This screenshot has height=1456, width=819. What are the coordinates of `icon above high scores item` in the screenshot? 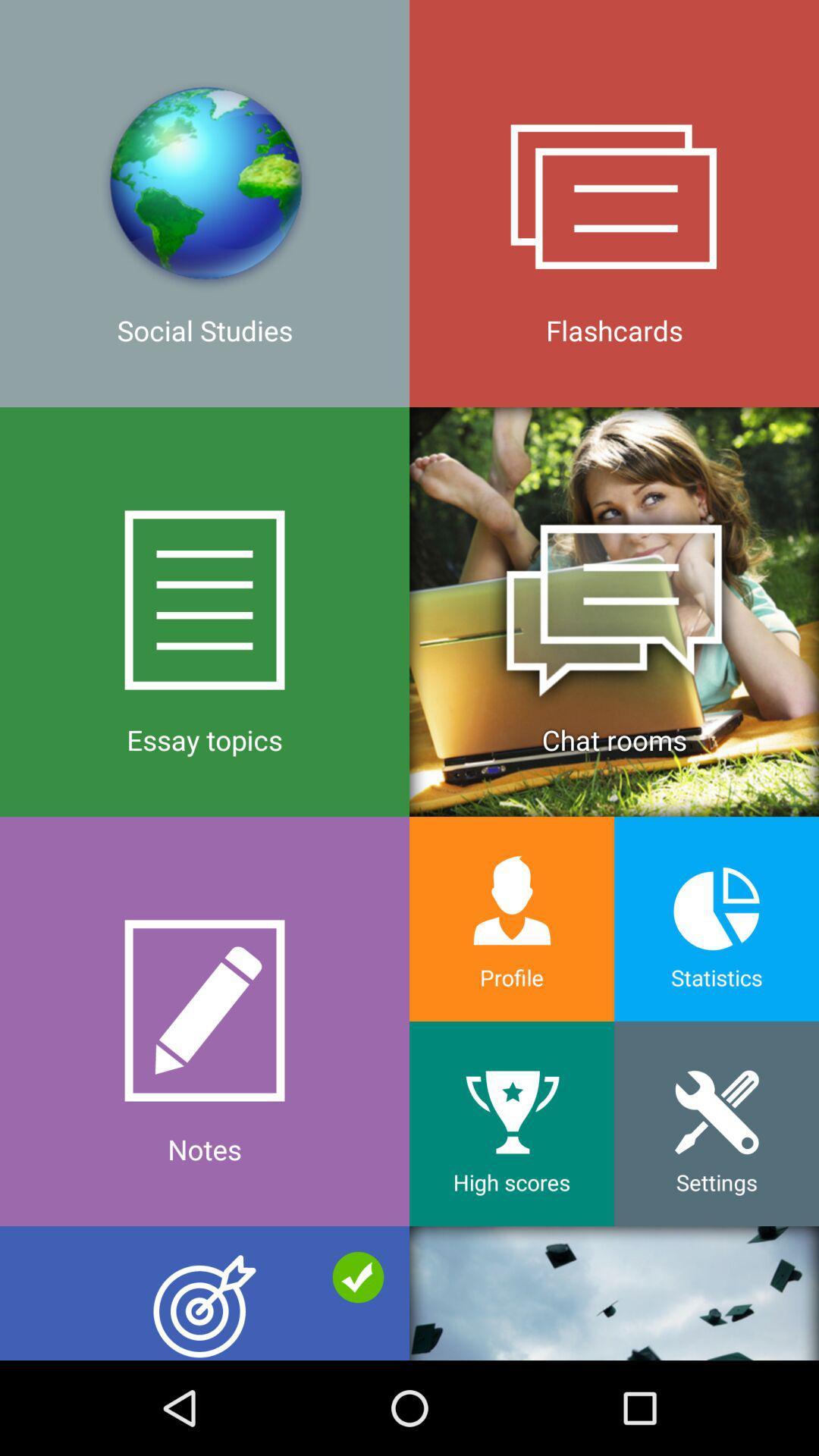 It's located at (512, 918).